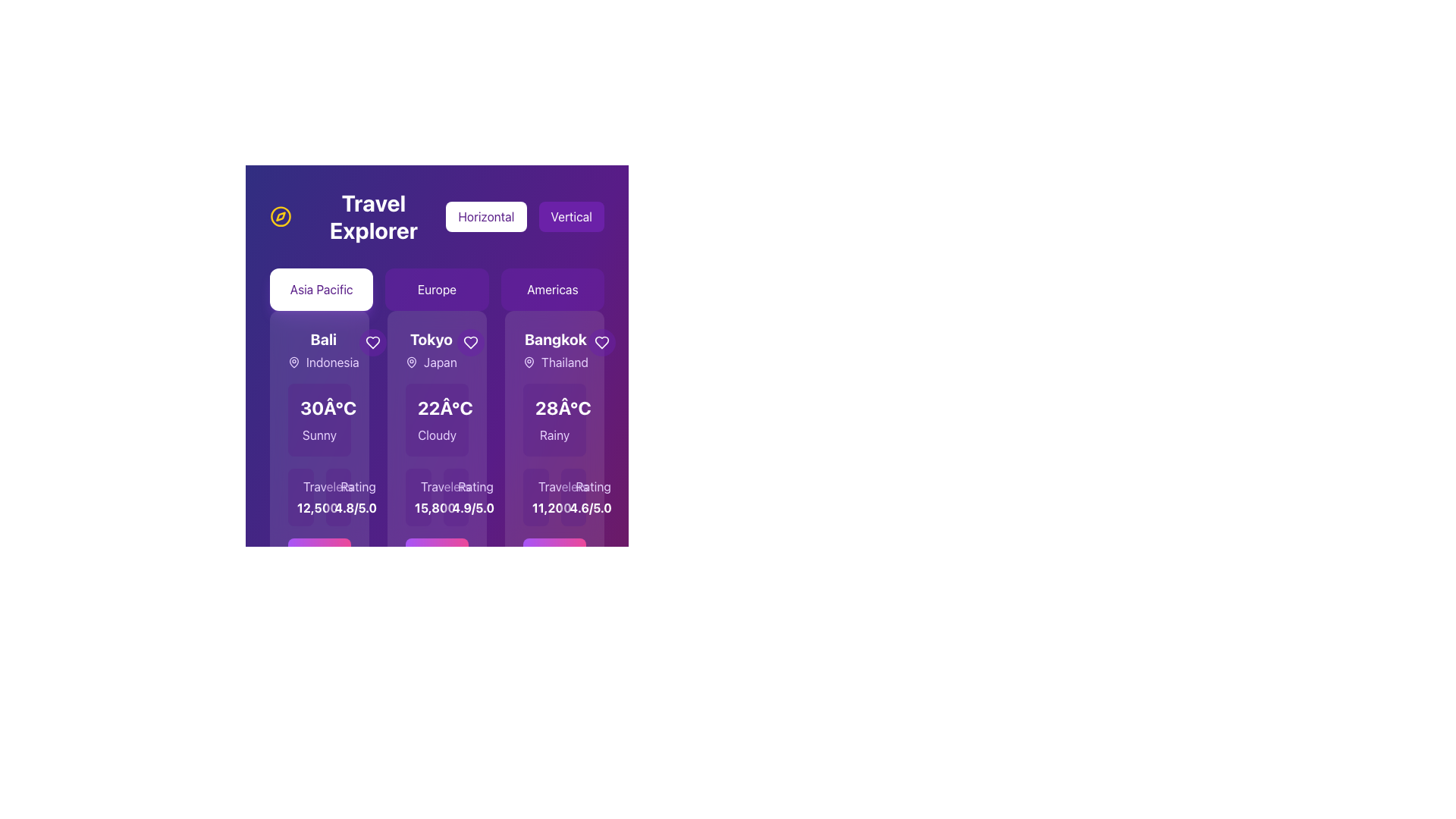 The height and width of the screenshot is (819, 1456). What do you see at coordinates (411, 362) in the screenshot?
I see `the pin location icon indicating a geographical association for 'Japan' to interact with it` at bounding box center [411, 362].